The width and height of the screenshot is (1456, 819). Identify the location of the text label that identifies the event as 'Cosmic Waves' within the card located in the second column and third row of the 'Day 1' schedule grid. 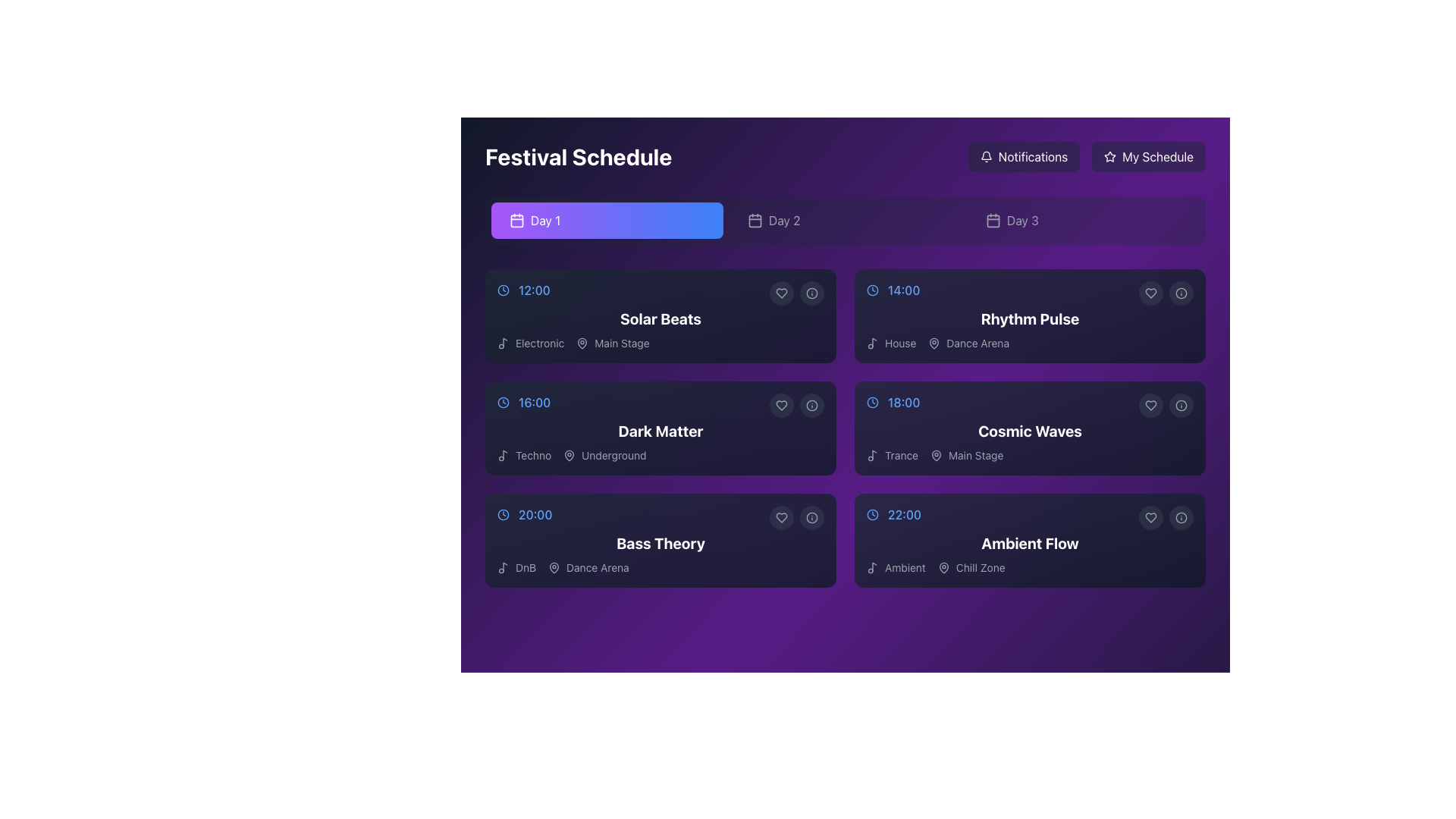
(1030, 431).